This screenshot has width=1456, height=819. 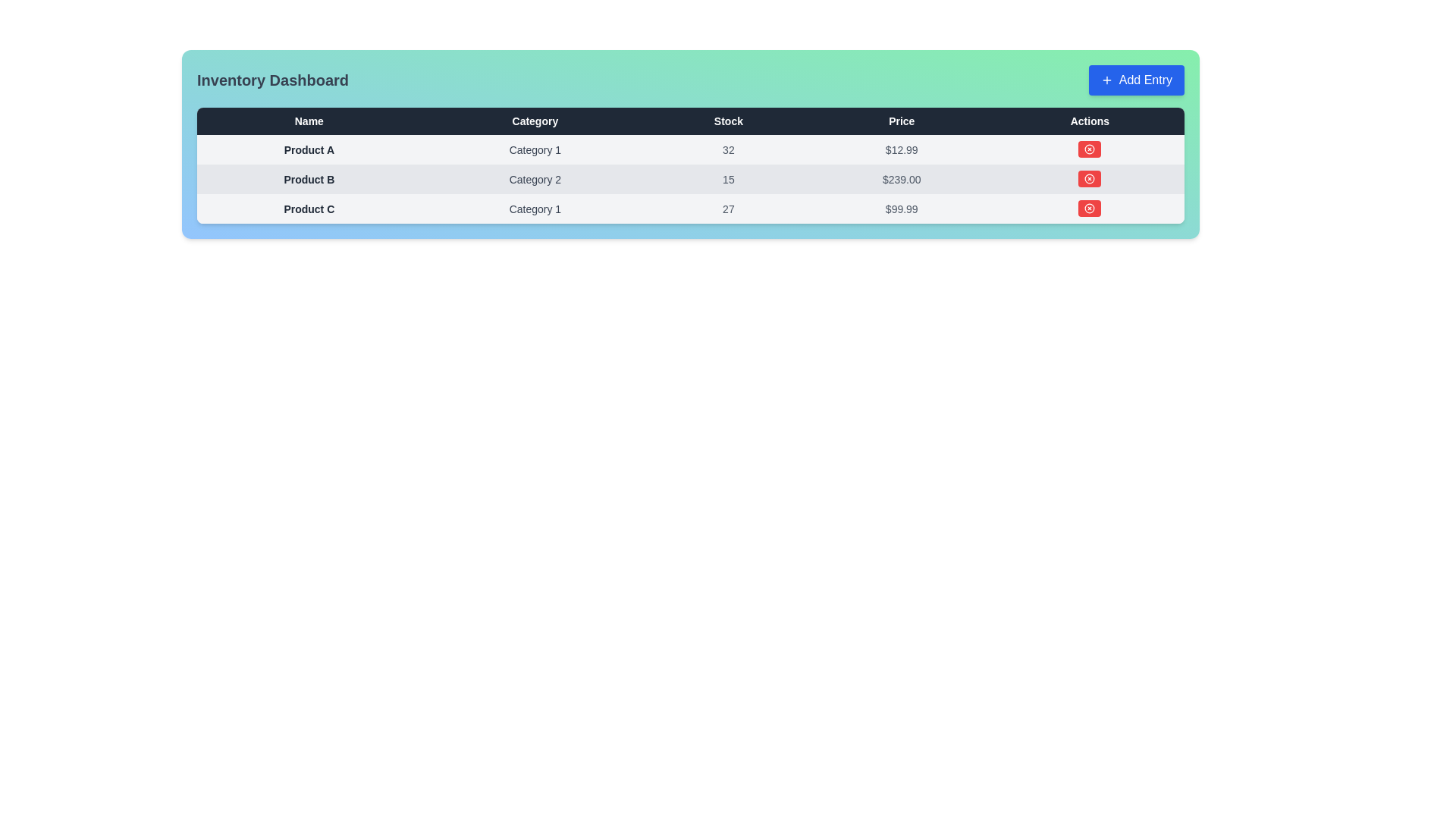 What do you see at coordinates (535, 120) in the screenshot?
I see `'Category' table header, which is the second column header in a horizontal row of headers, styled in bold white text on a dark background` at bounding box center [535, 120].